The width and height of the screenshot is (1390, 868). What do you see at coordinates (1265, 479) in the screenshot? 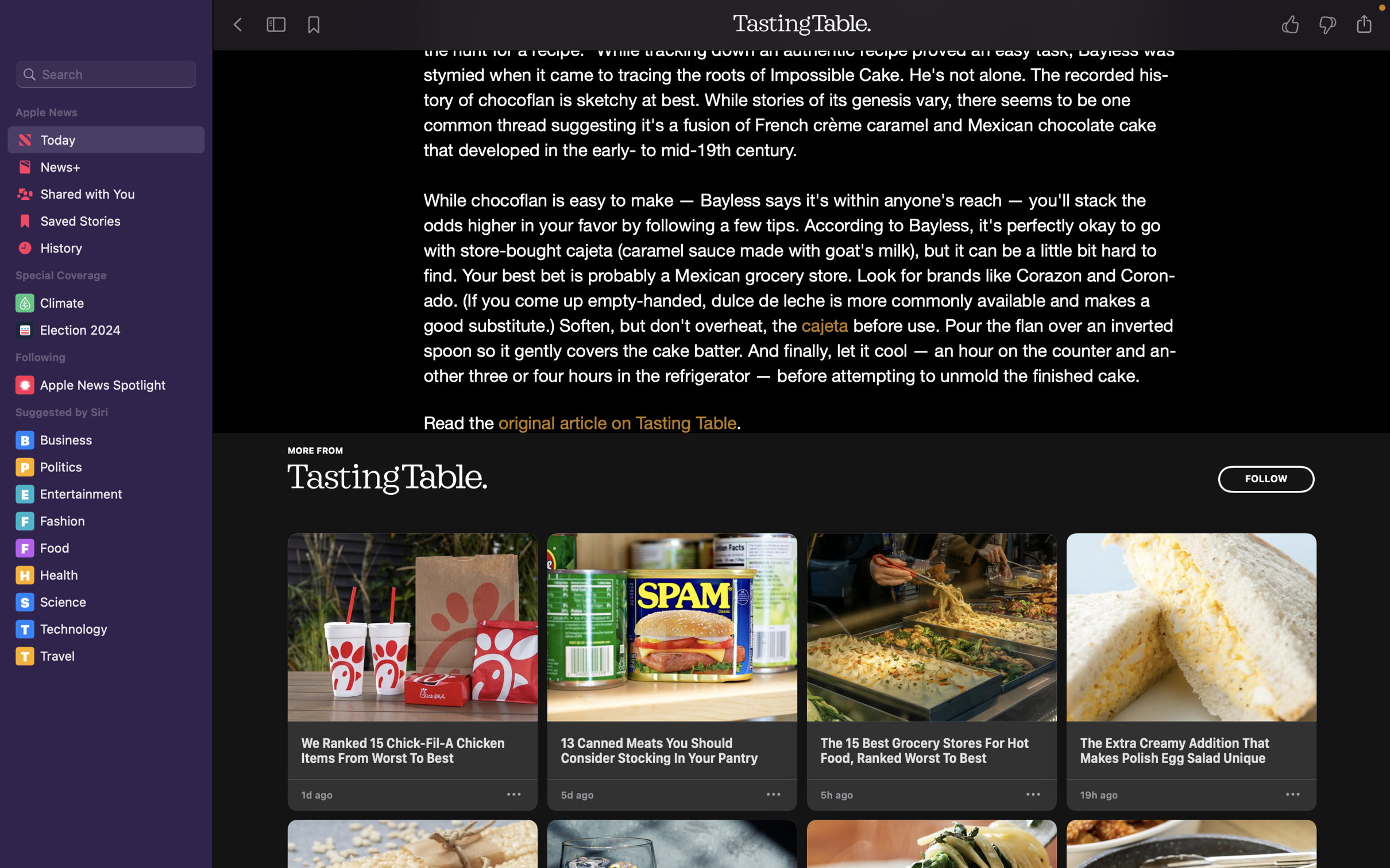
I see `the follow button on Tasting Table"s page` at bounding box center [1265, 479].